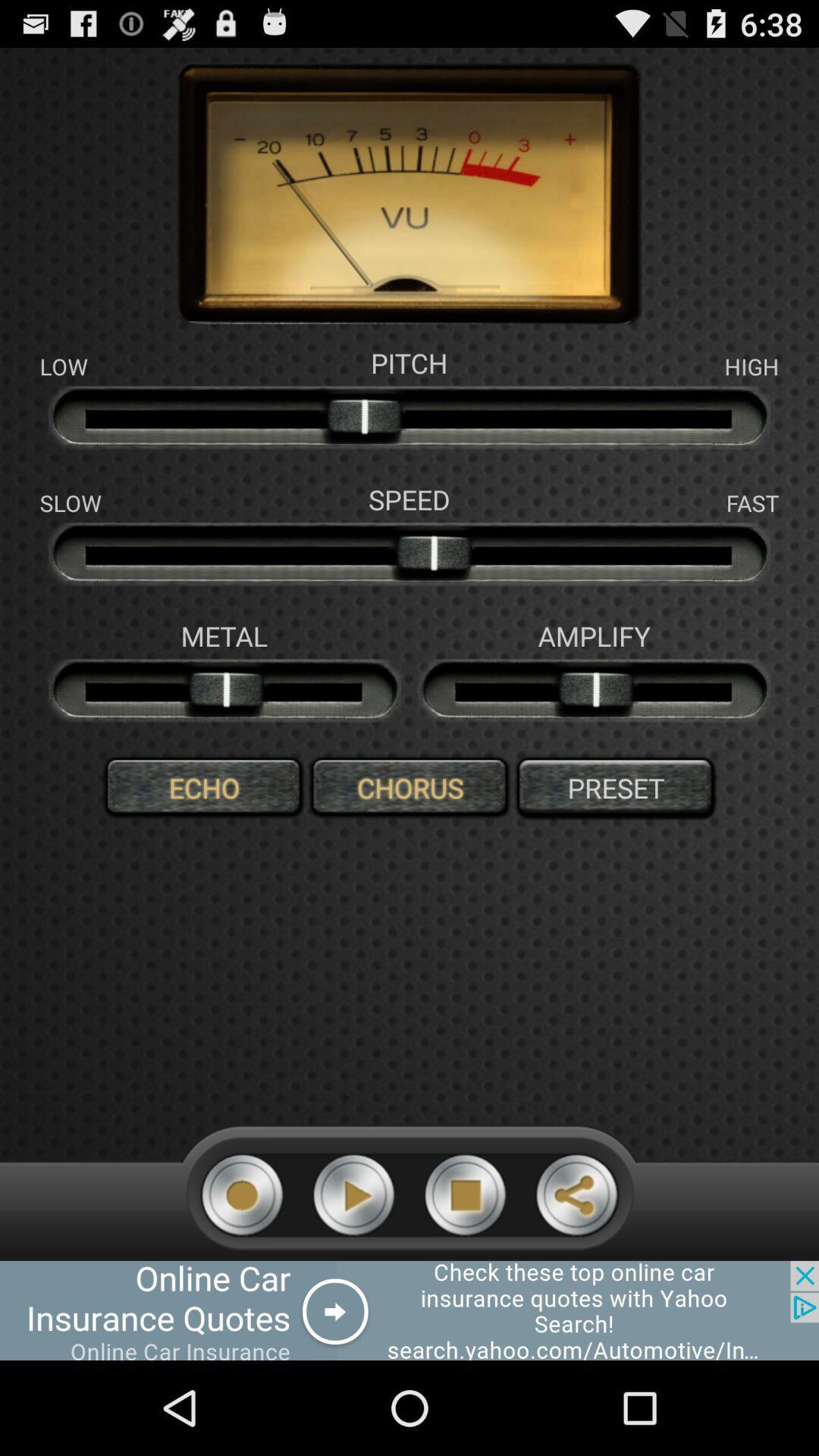 The image size is (819, 1456). I want to click on open advertisement, so click(409, 1310).